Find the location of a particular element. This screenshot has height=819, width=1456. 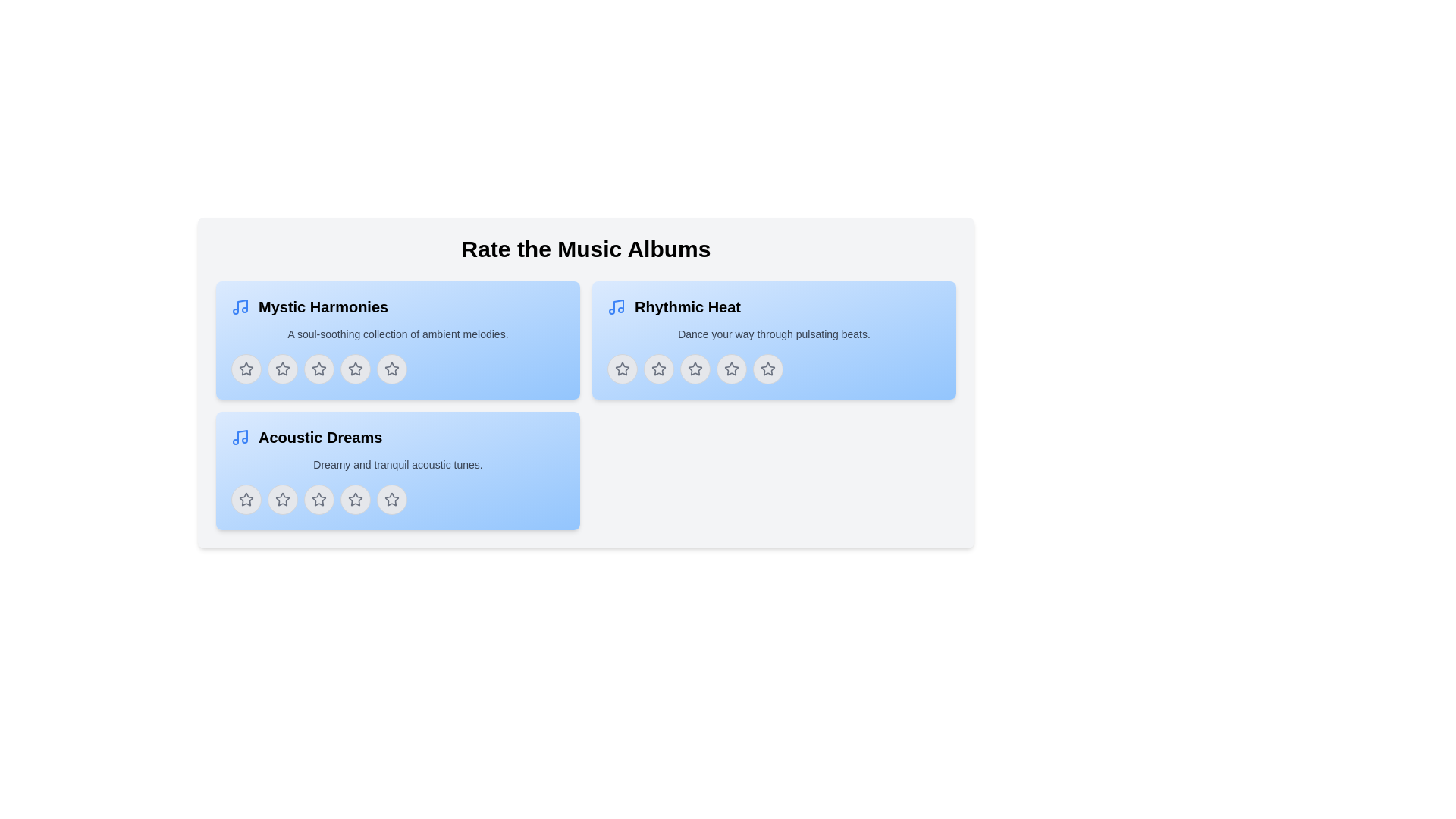

the second button in the rating section for the 'Mystic Harmonies' album is located at coordinates (283, 369).